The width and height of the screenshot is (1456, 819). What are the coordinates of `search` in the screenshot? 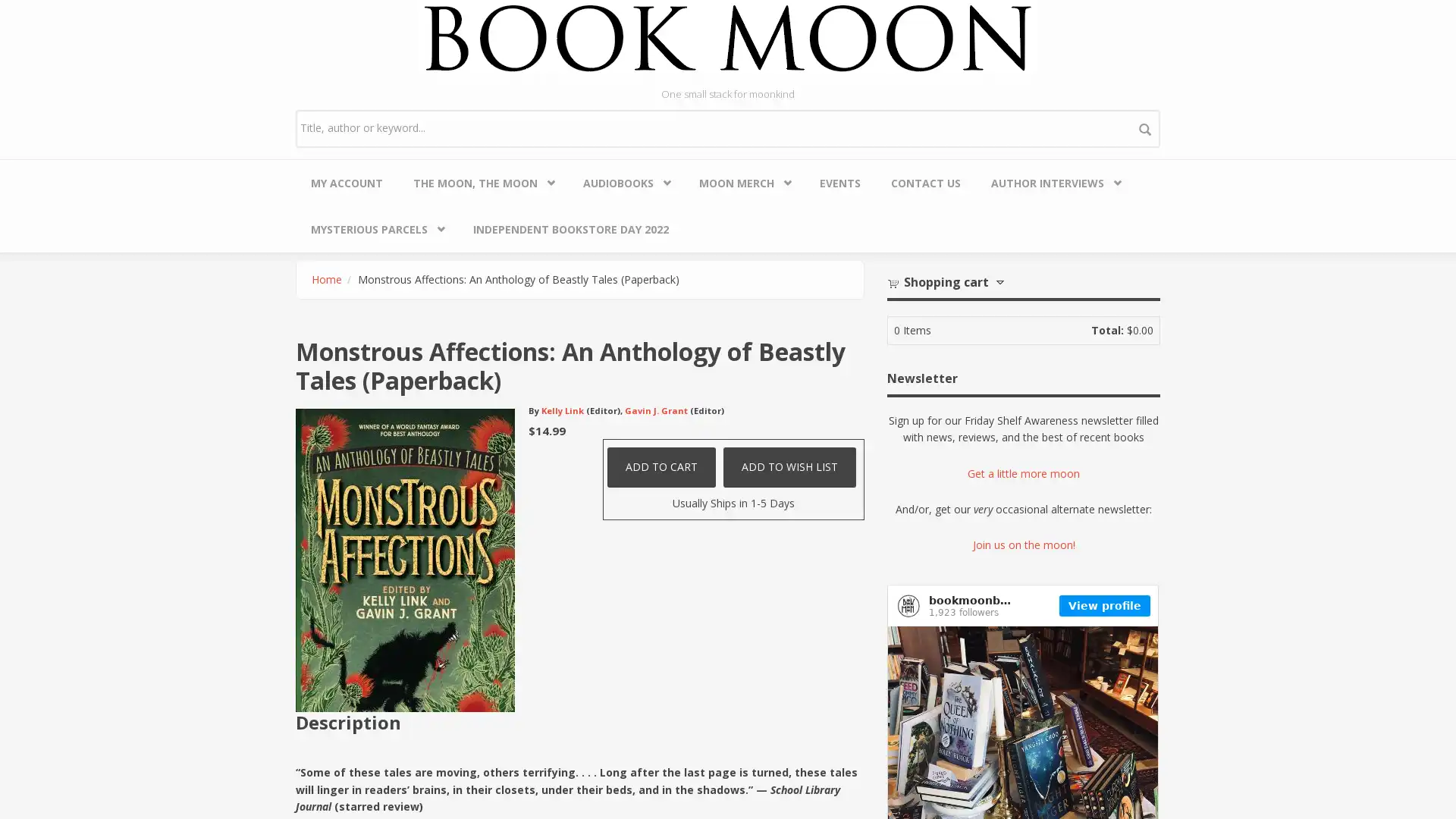 It's located at (1145, 127).